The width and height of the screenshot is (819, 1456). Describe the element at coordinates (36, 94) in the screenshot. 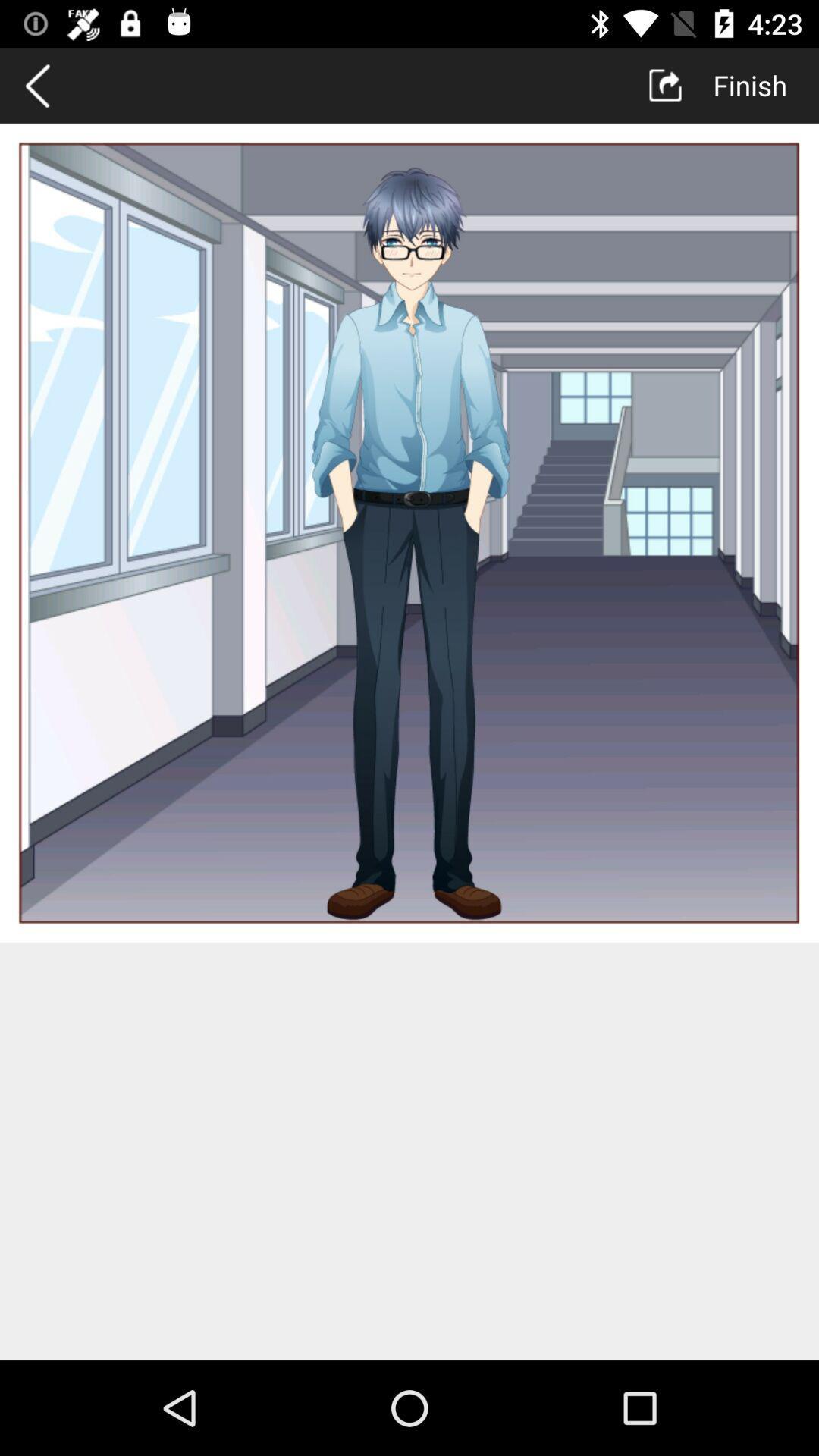

I see `the arrow_backward icon` at that location.